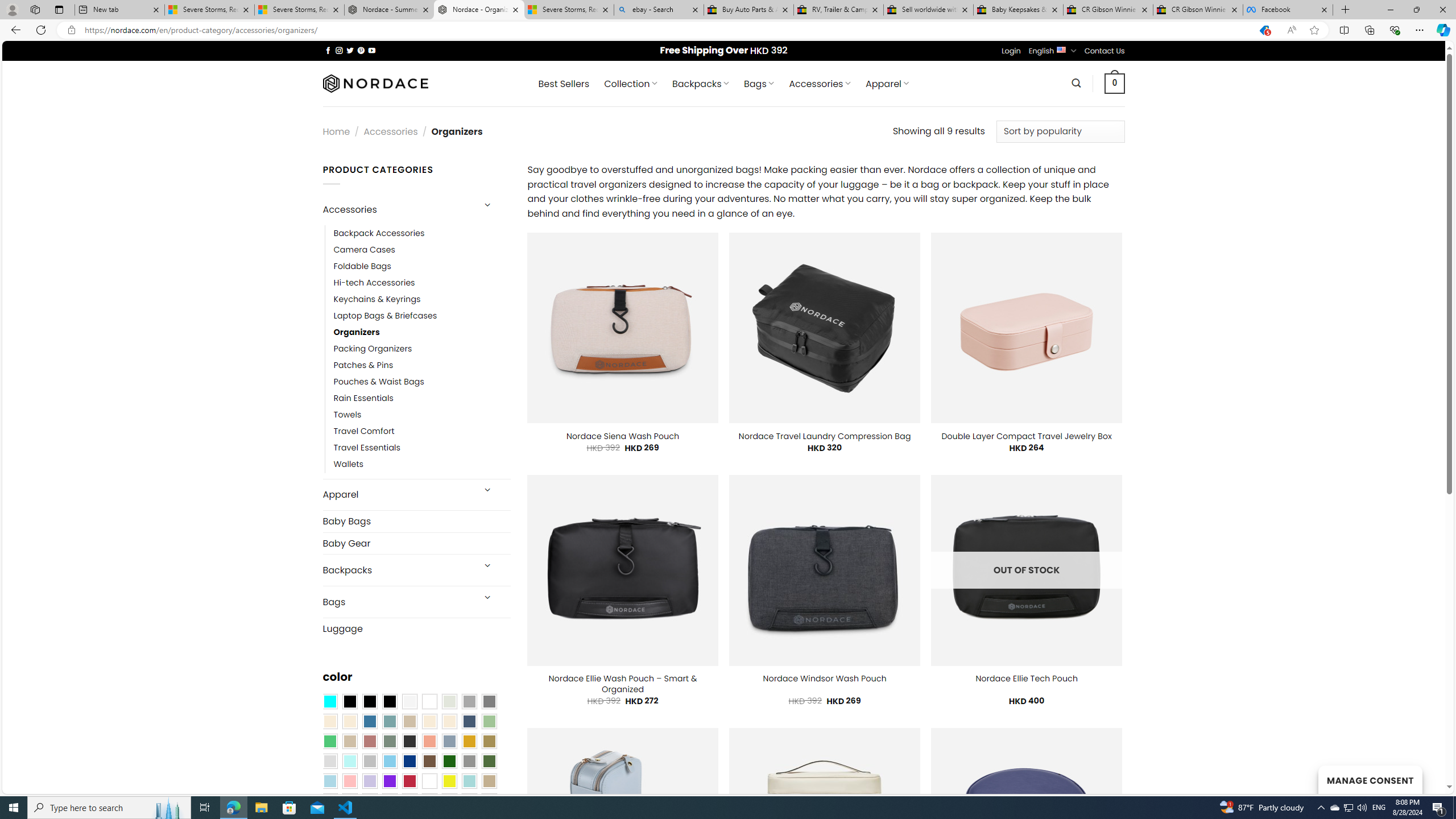 This screenshot has height=819, width=1456. What do you see at coordinates (421, 249) in the screenshot?
I see `'Camera Cases'` at bounding box center [421, 249].